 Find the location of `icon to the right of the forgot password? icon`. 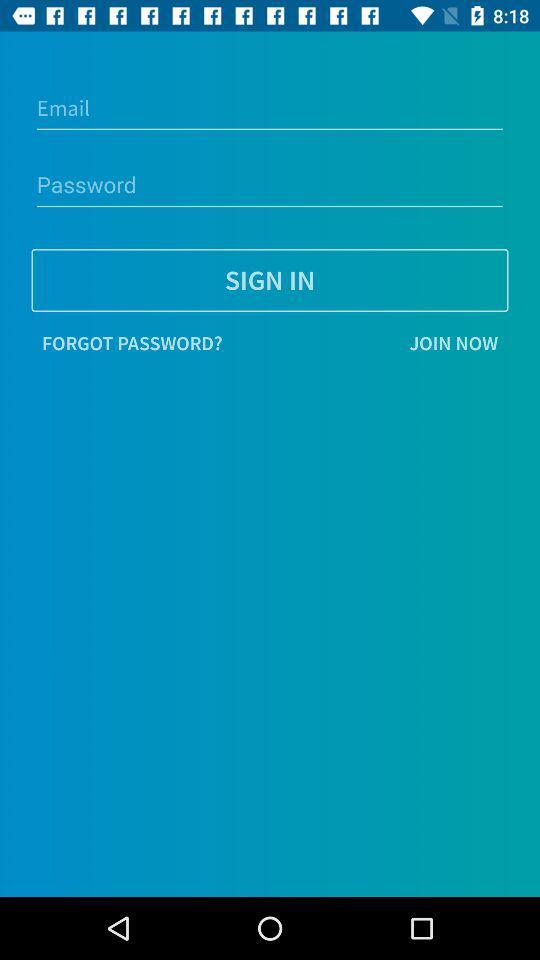

icon to the right of the forgot password? icon is located at coordinates (369, 343).